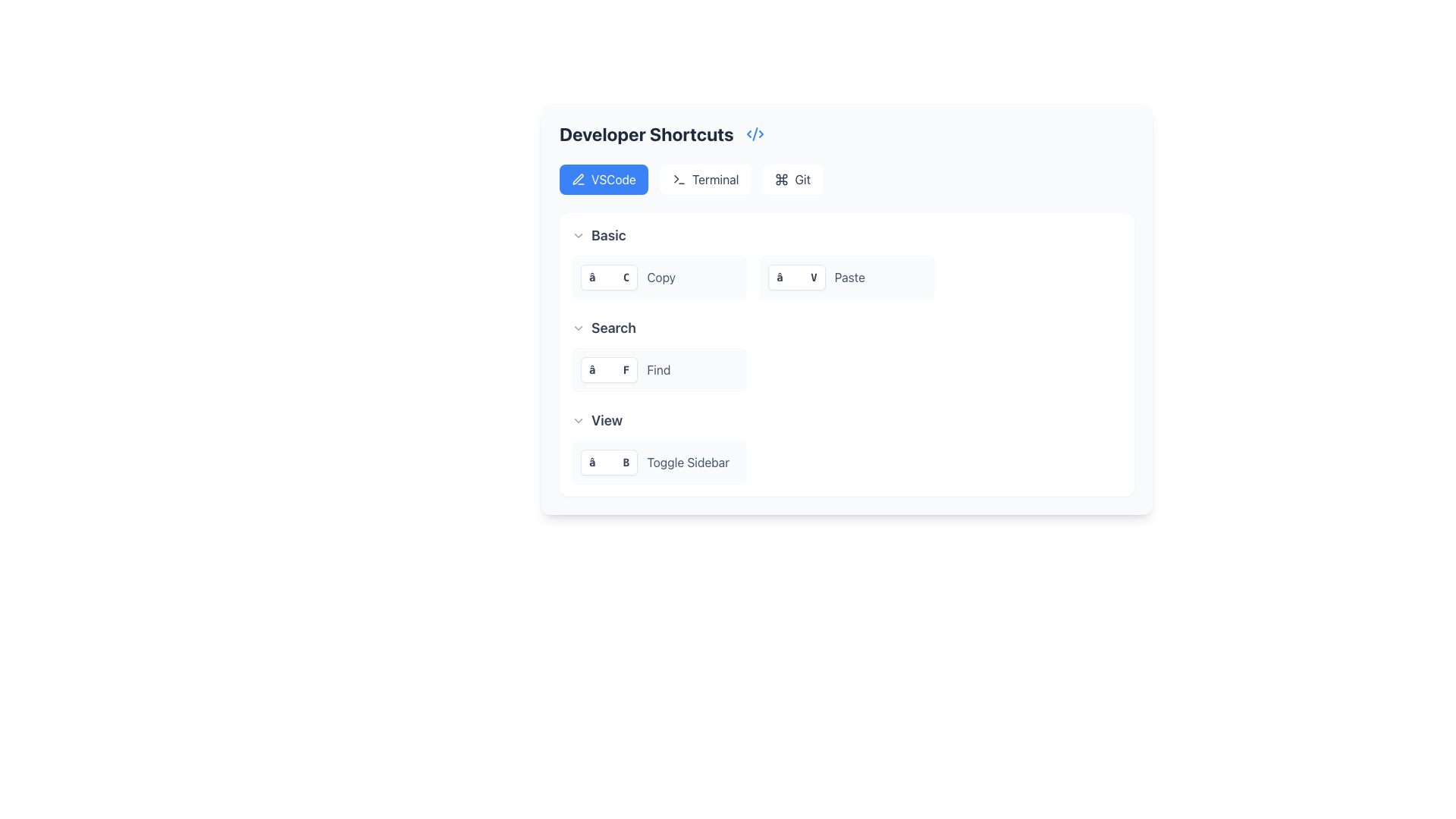 The height and width of the screenshot is (819, 1456). Describe the element at coordinates (678, 178) in the screenshot. I see `the 'Terminal' button icon, which represents command line operations, located among the primary navigation options` at that location.